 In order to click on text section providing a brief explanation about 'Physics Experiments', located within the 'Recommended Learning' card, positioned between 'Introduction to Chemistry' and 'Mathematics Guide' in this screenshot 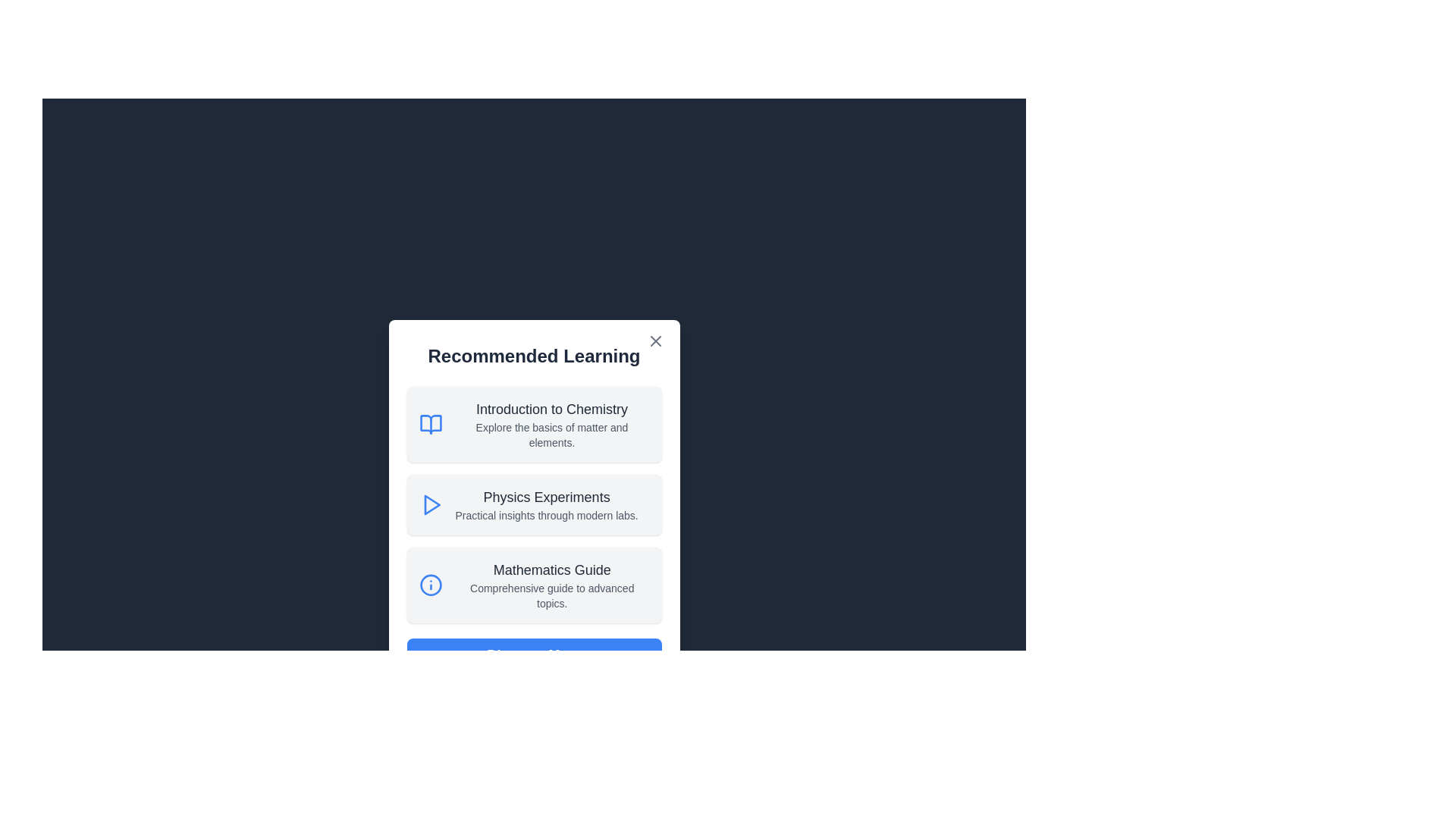, I will do `click(546, 505)`.